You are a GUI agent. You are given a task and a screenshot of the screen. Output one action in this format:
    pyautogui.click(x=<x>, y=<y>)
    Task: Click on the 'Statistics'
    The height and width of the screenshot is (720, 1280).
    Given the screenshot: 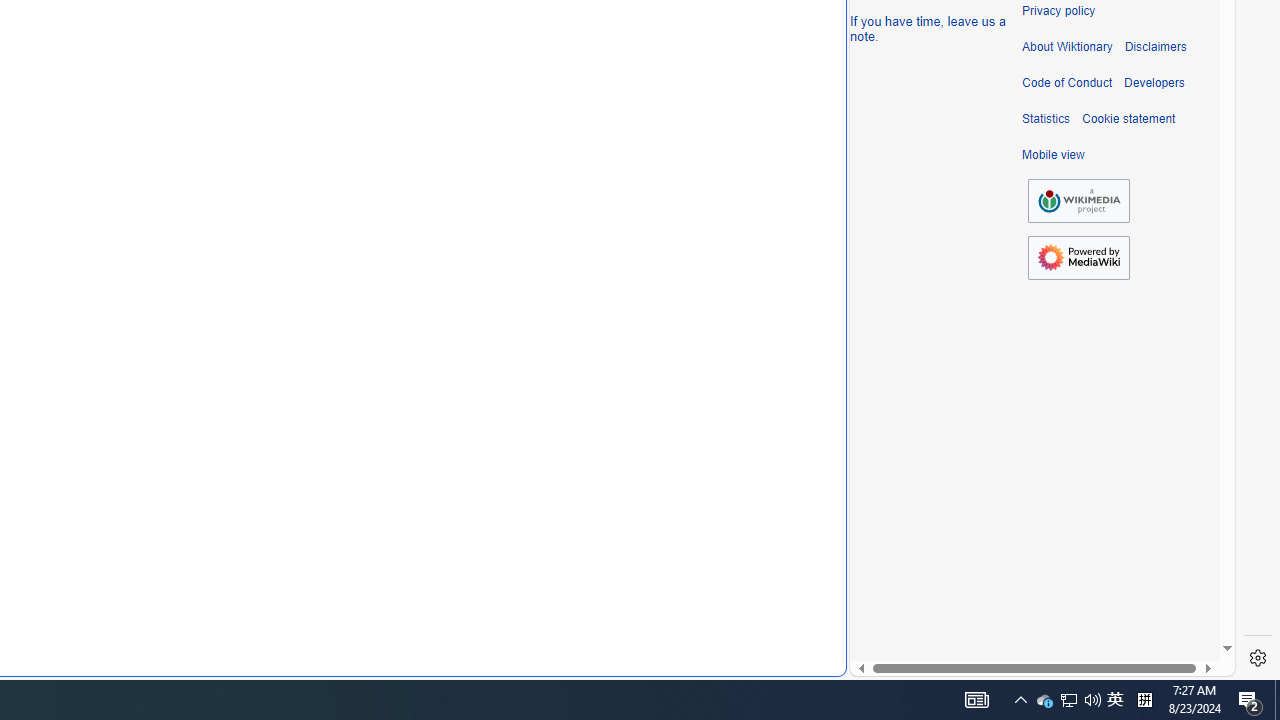 What is the action you would take?
    pyautogui.click(x=1045, y=119)
    